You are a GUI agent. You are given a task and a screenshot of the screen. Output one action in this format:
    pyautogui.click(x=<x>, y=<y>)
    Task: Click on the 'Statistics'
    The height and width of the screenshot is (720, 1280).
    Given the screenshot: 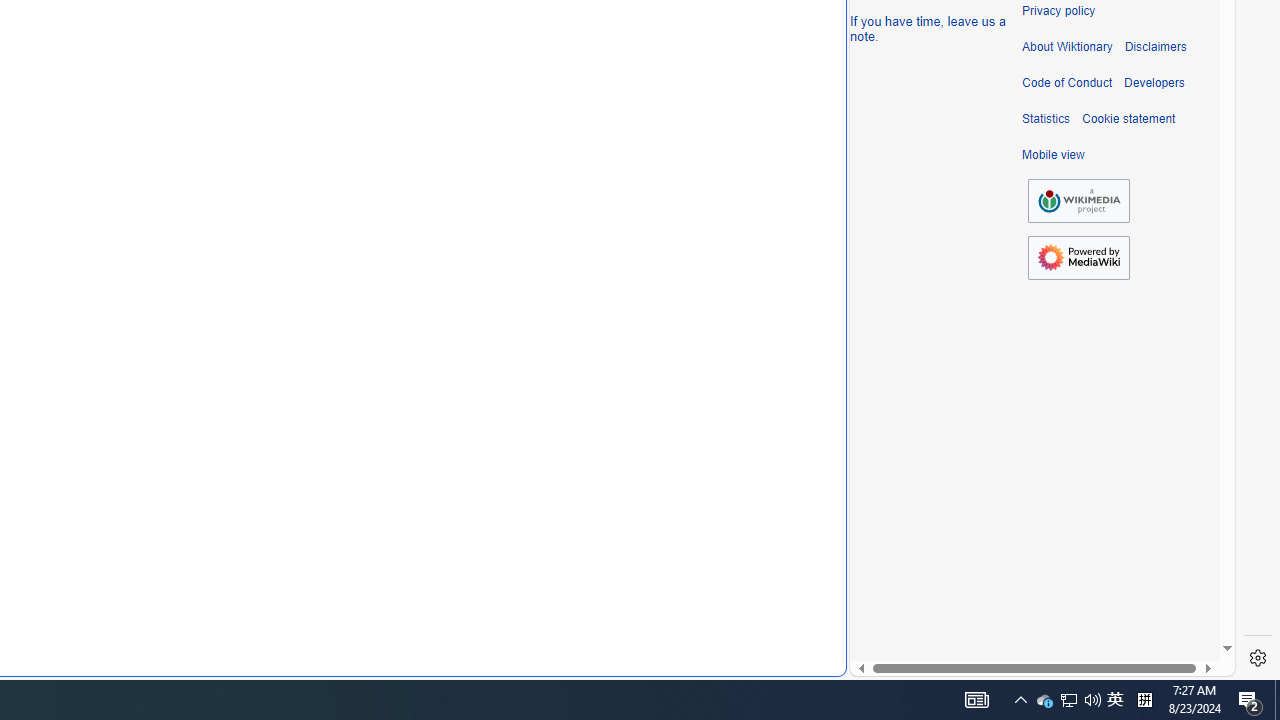 What is the action you would take?
    pyautogui.click(x=1045, y=119)
    